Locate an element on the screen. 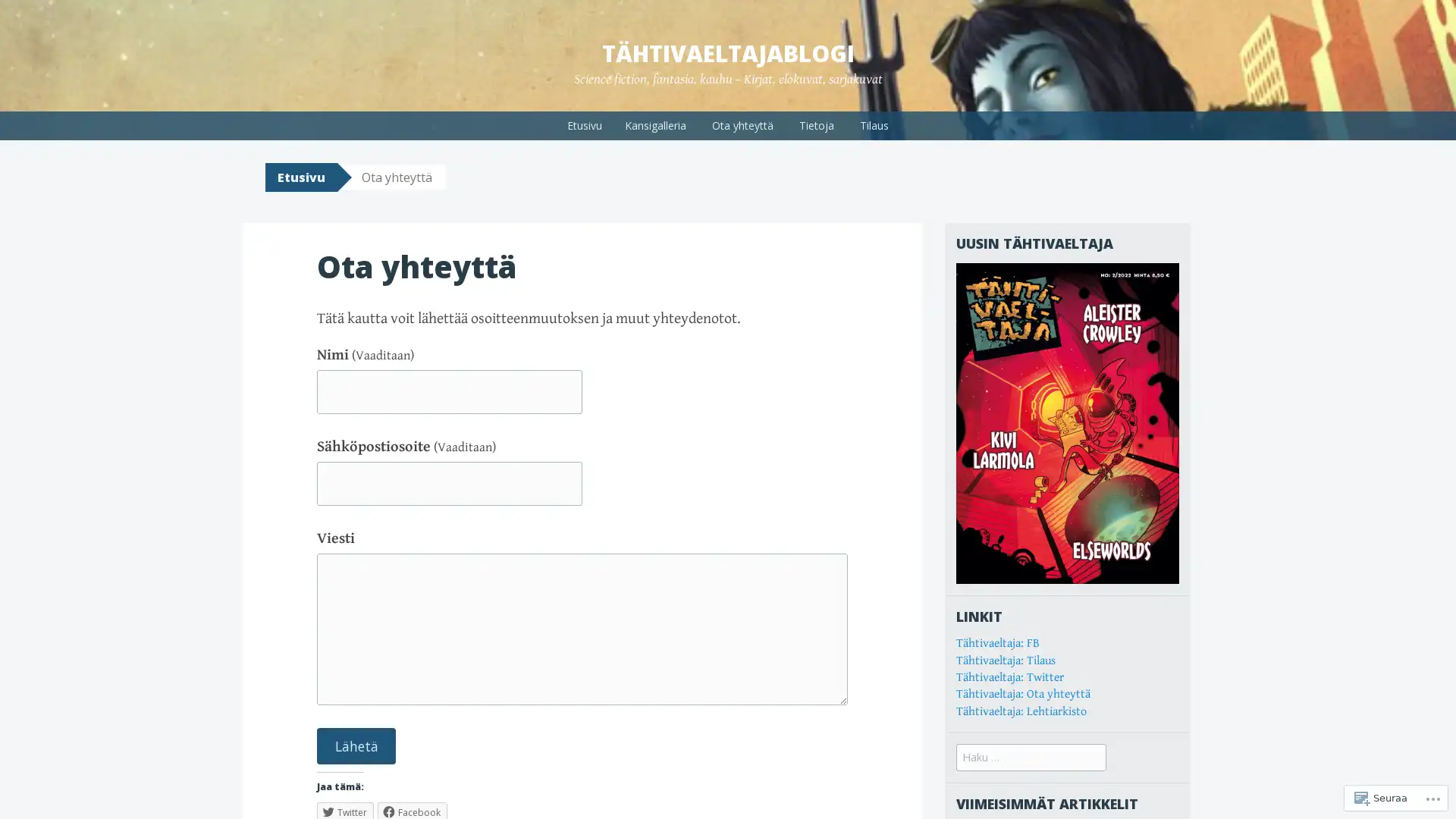 The width and height of the screenshot is (1456, 819). Laheta is located at coordinates (356, 745).